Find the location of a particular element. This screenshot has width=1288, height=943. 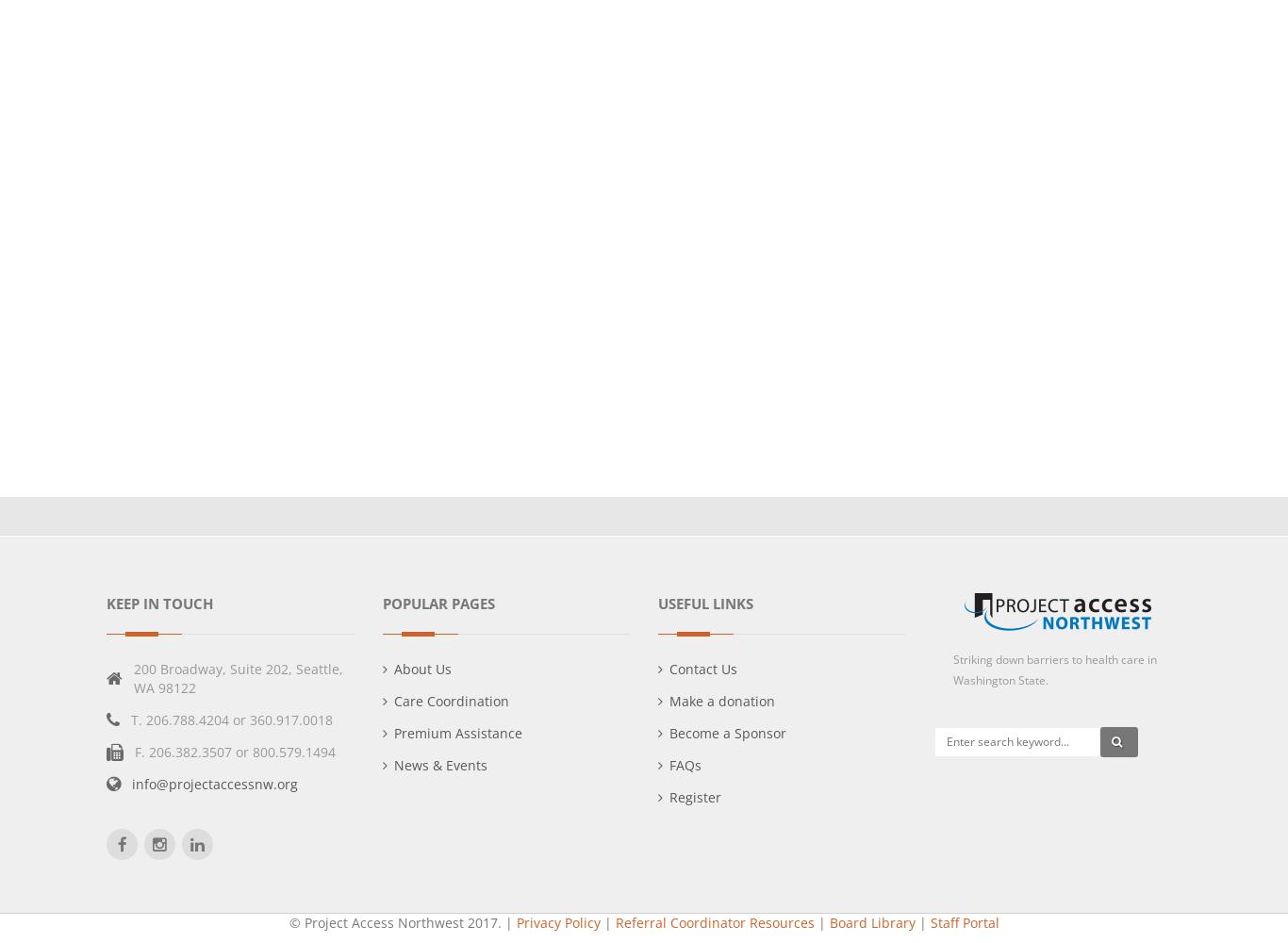

'Staff Portal' is located at coordinates (964, 921).